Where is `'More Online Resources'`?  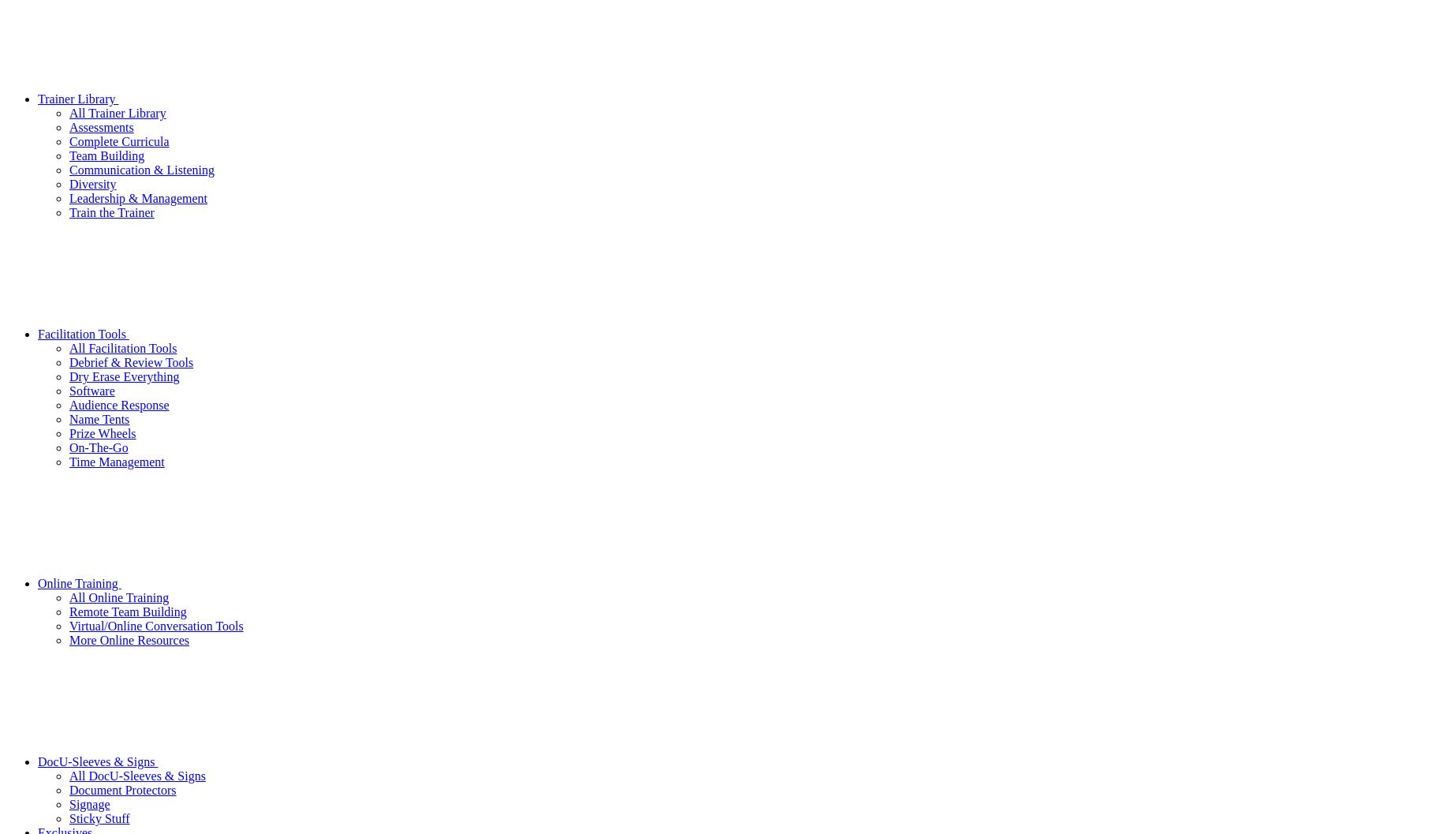
'More Online Resources' is located at coordinates (129, 639).